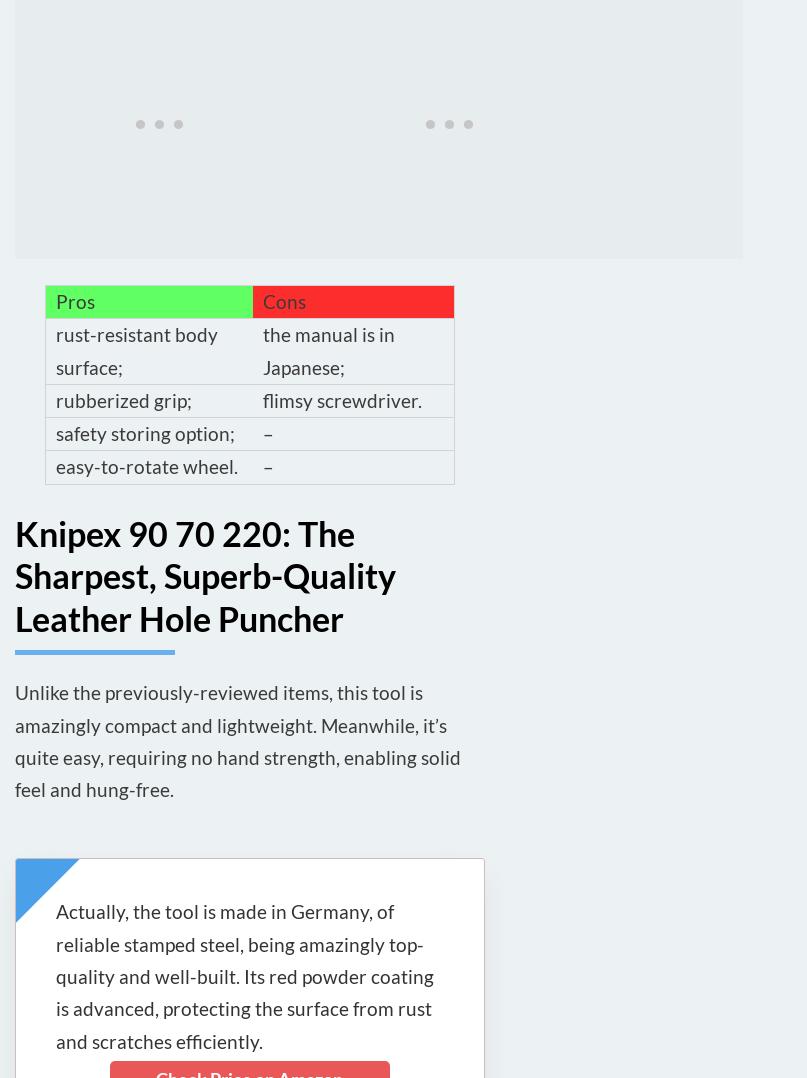  I want to click on 'Actually, the tool is made in Germany, of reliable stamped steel, being amazingly top-quality and well-built. Its red powder coating is advanced, protecting the surface from rust and scratches efficiently.', so click(244, 976).